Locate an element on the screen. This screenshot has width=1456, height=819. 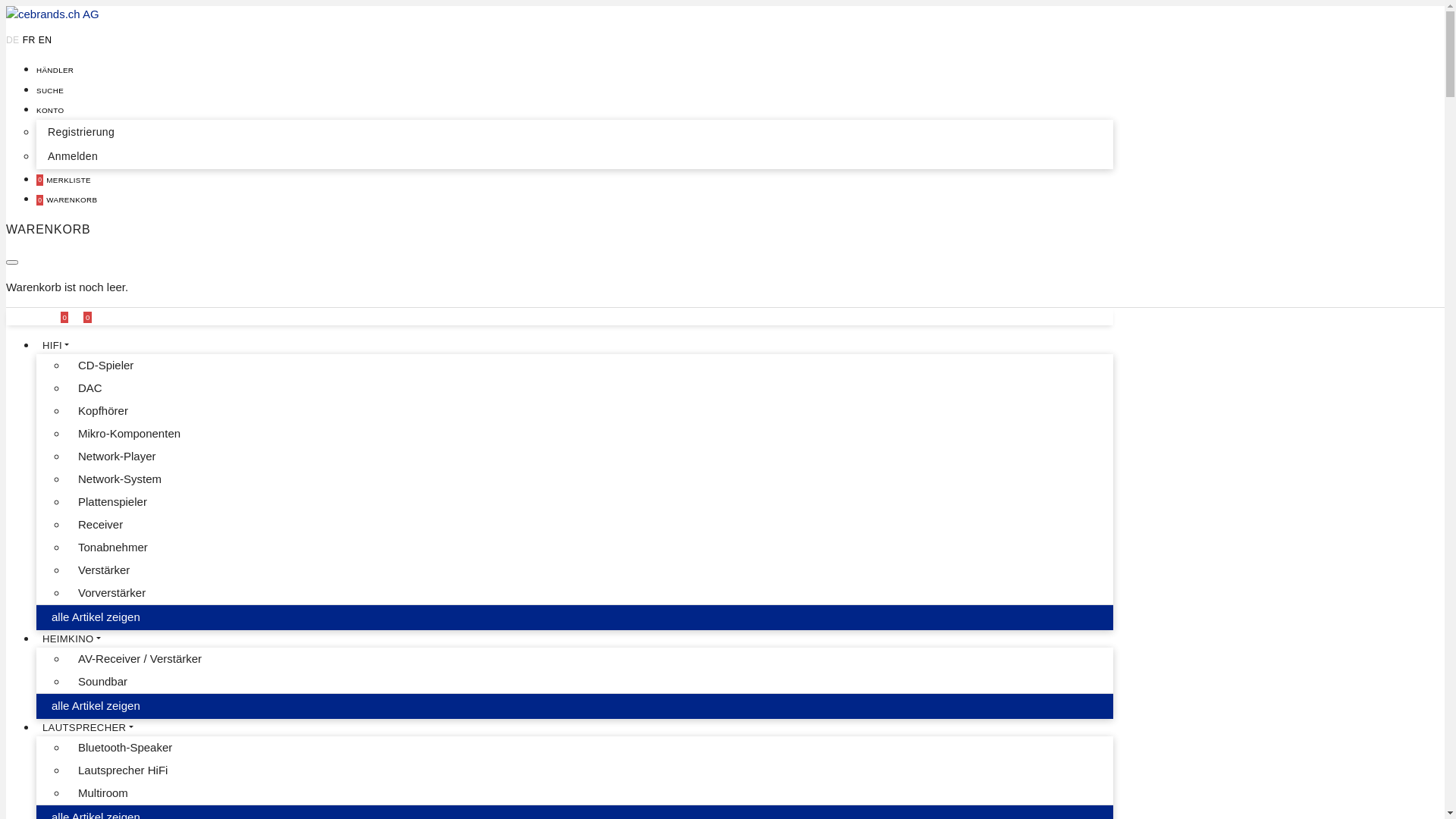
'HIFI' is located at coordinates (36, 345).